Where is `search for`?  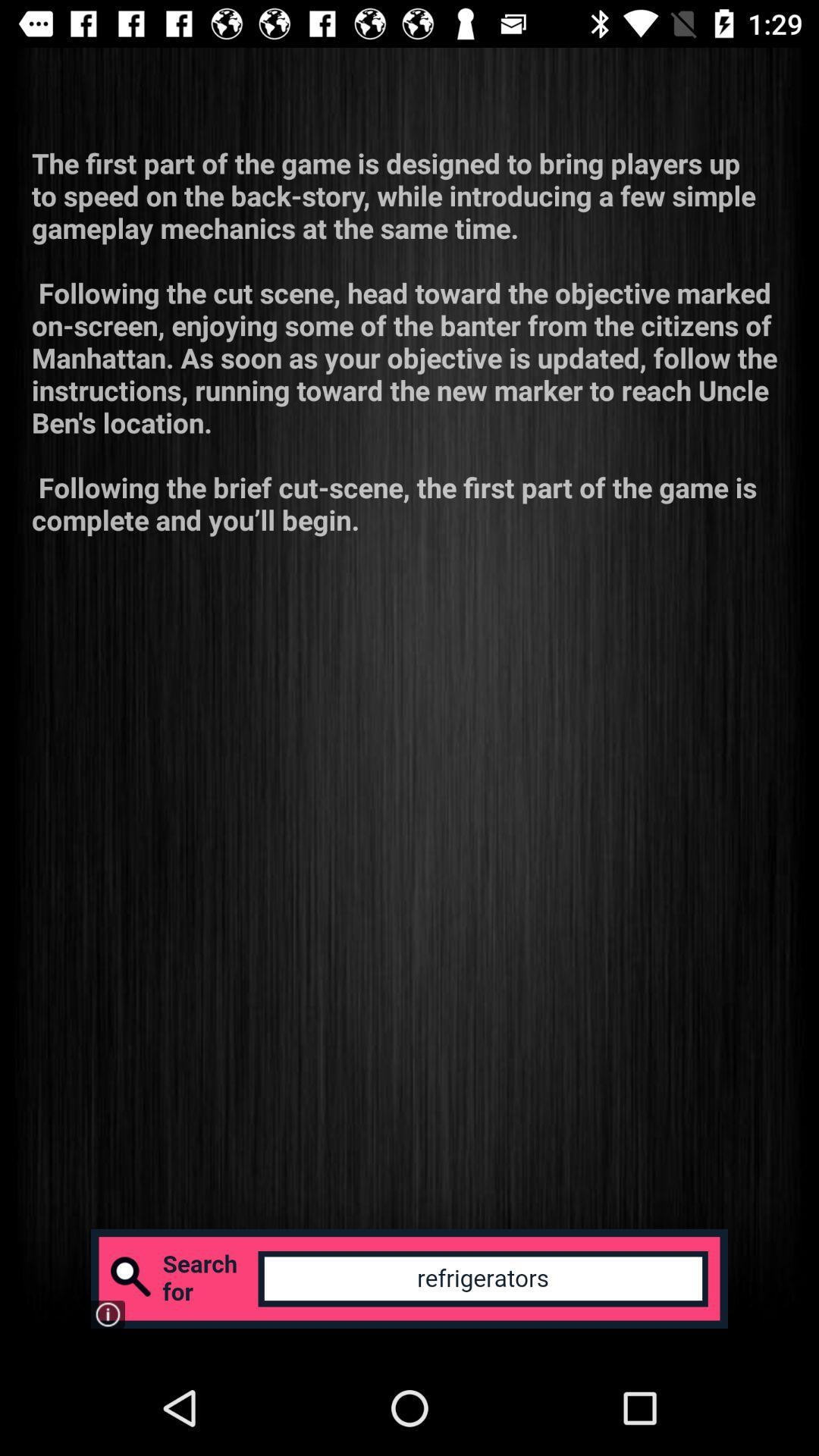 search for is located at coordinates (409, 1278).